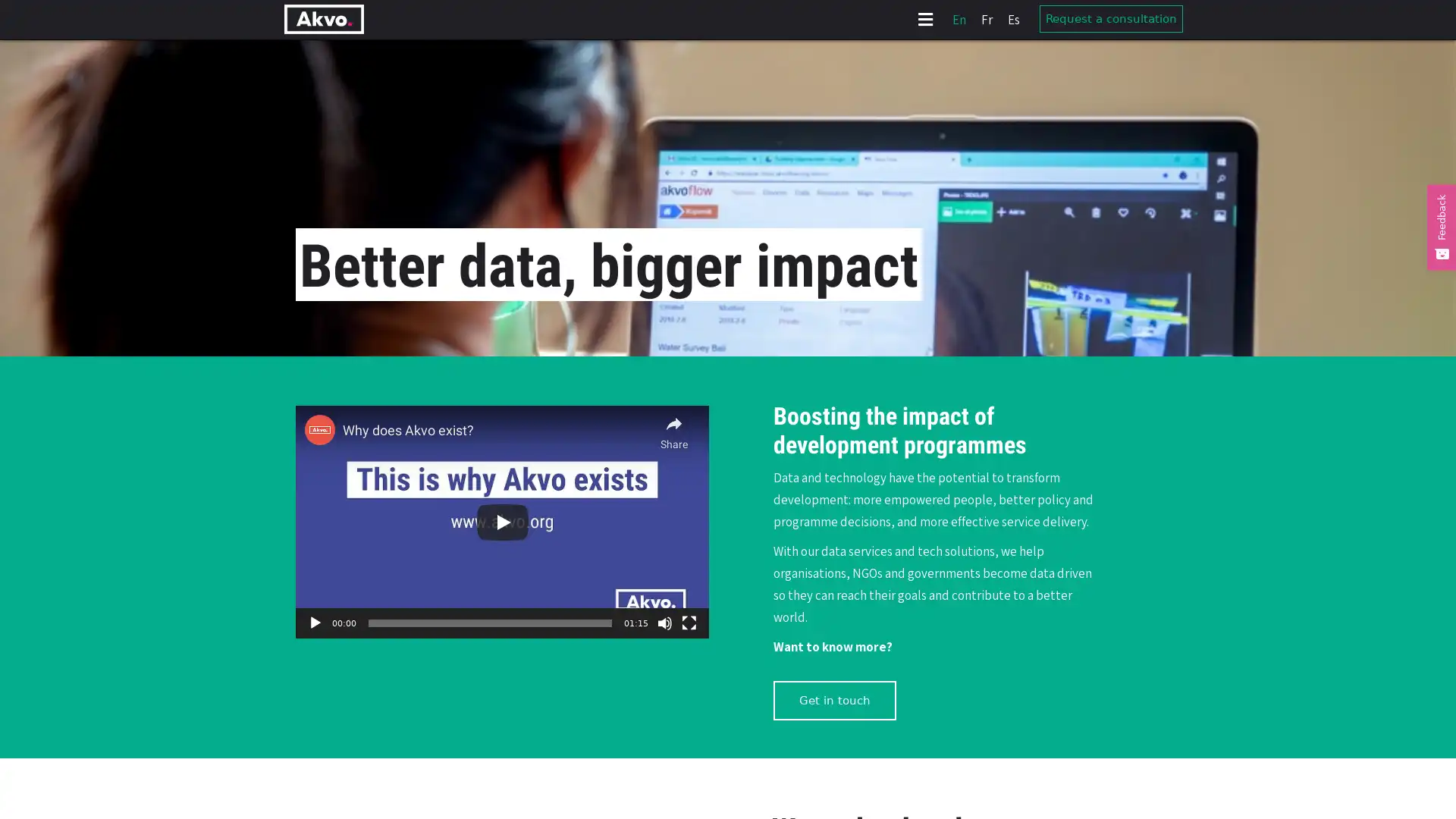  What do you see at coordinates (315, 623) in the screenshot?
I see `Play` at bounding box center [315, 623].